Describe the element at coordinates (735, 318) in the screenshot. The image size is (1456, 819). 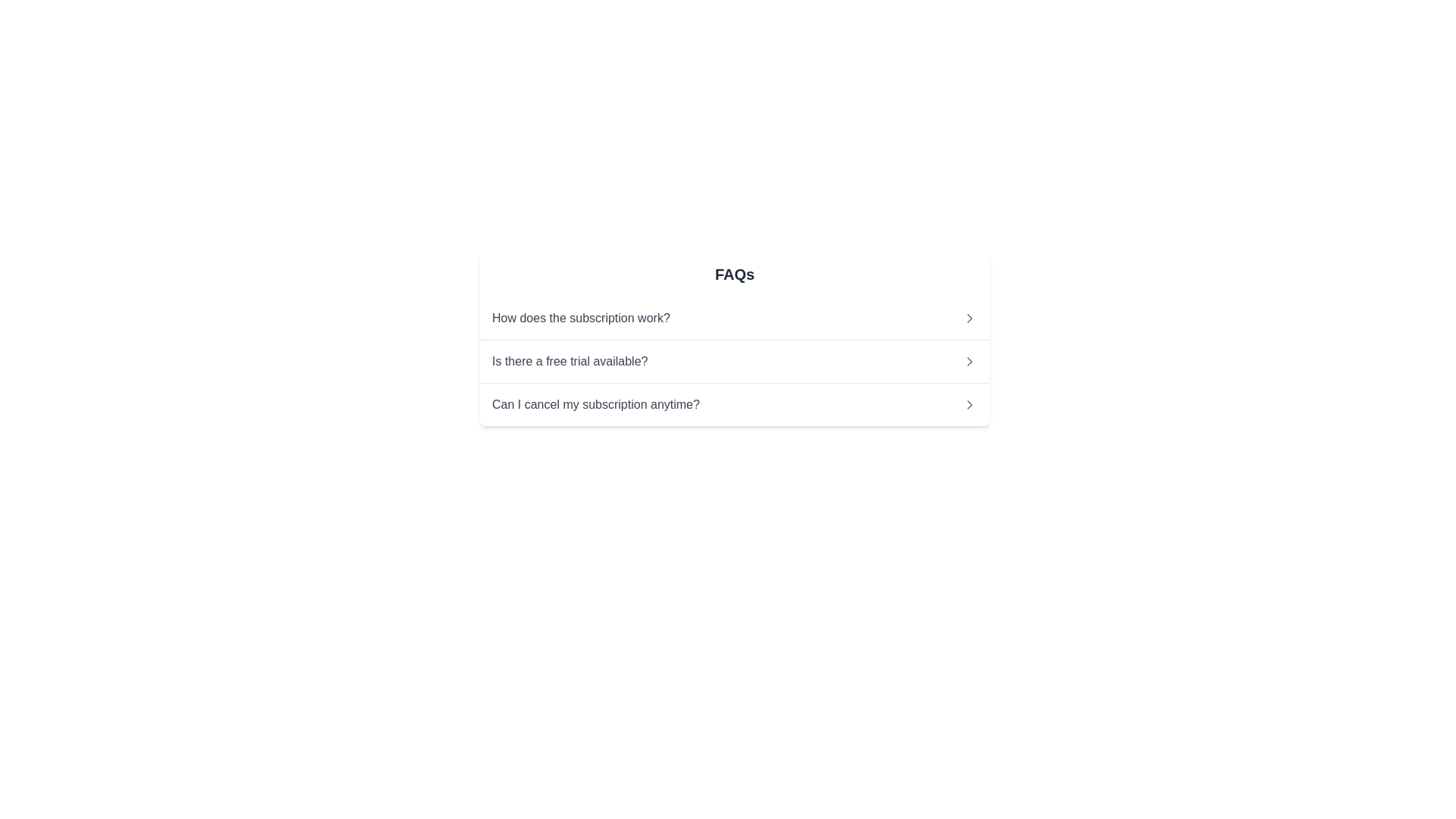
I see `the first row of the FAQ section, which is a collapsible item or navigation button` at that location.